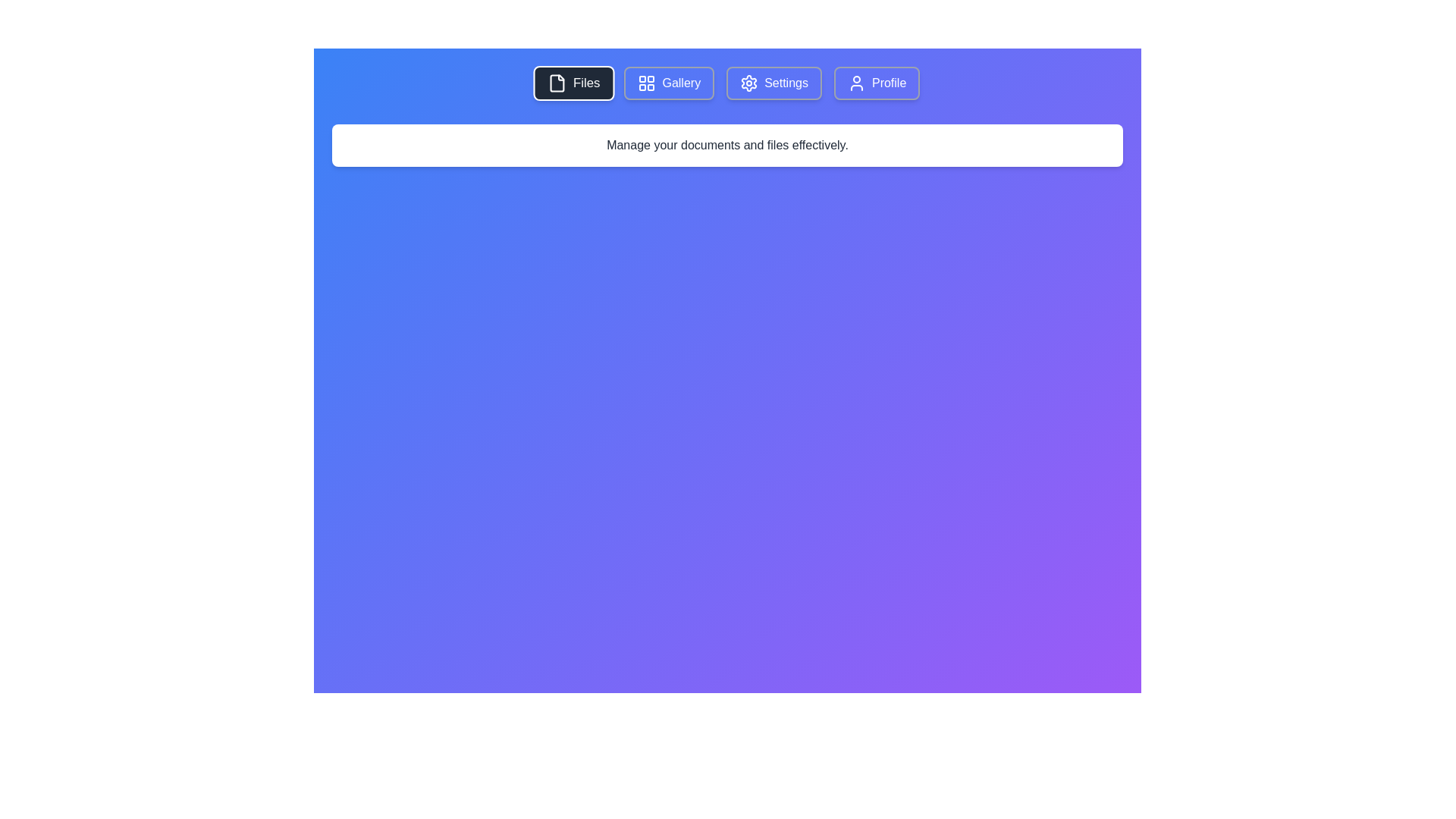  What do you see at coordinates (556, 83) in the screenshot?
I see `the document icon associated with the 'Files' button in the top-left segment of the interface` at bounding box center [556, 83].